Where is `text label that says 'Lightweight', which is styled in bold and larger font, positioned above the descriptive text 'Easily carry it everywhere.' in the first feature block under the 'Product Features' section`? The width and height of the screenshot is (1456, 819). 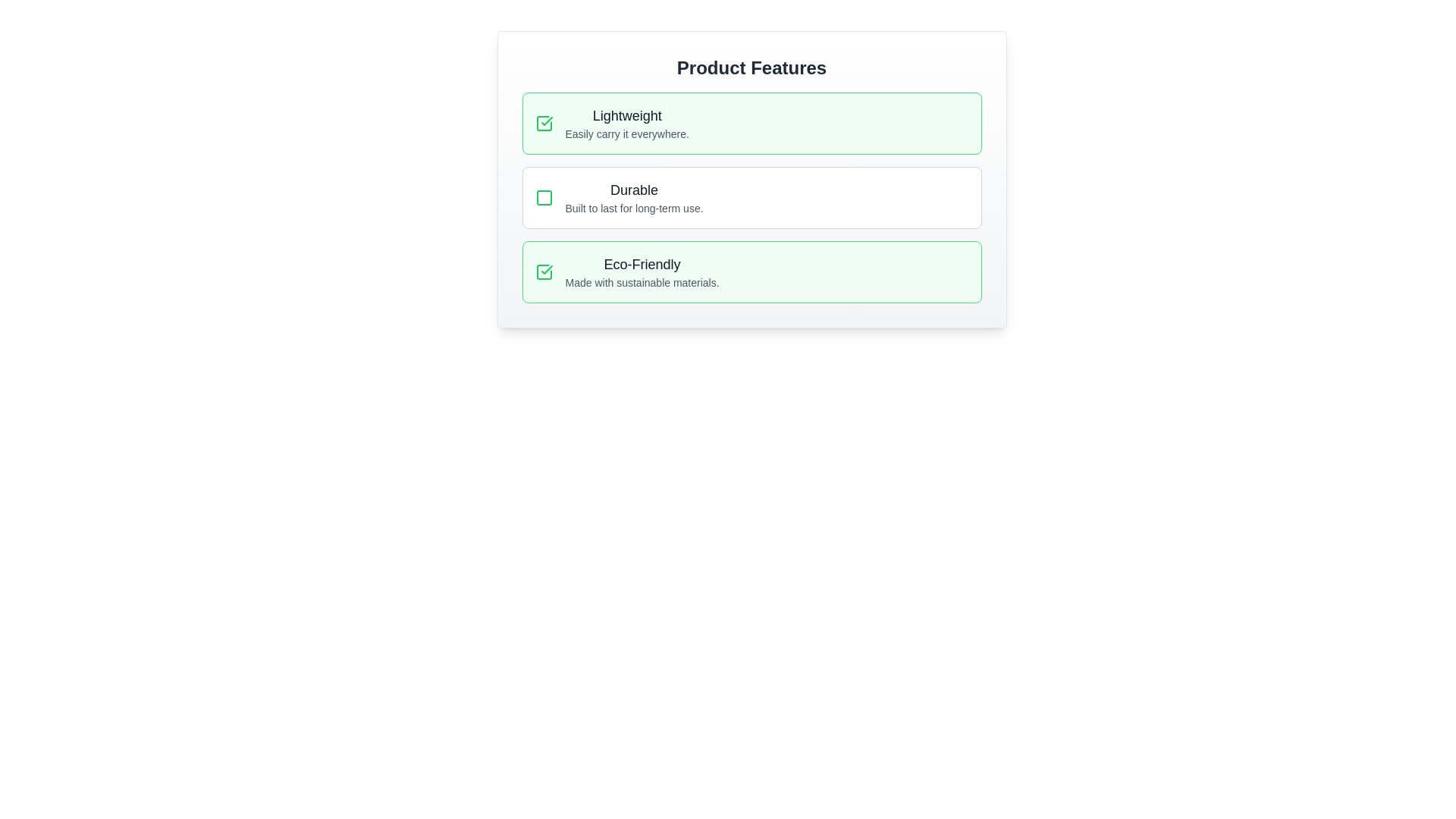
text label that says 'Lightweight', which is styled in bold and larger font, positioned above the descriptive text 'Easily carry it everywhere.' in the first feature block under the 'Product Features' section is located at coordinates (627, 115).